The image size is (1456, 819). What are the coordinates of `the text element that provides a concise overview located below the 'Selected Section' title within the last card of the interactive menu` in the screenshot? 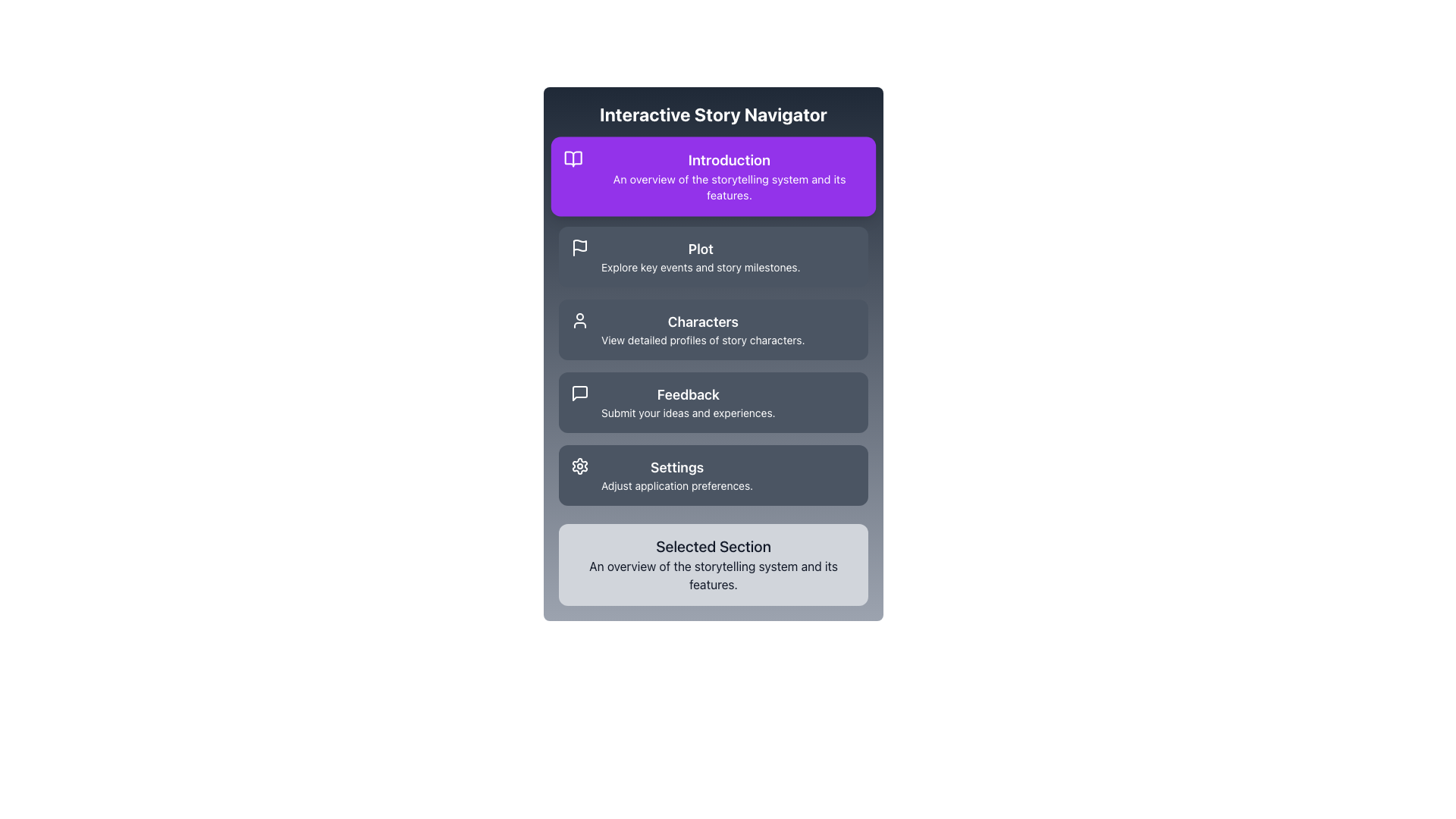 It's located at (712, 576).